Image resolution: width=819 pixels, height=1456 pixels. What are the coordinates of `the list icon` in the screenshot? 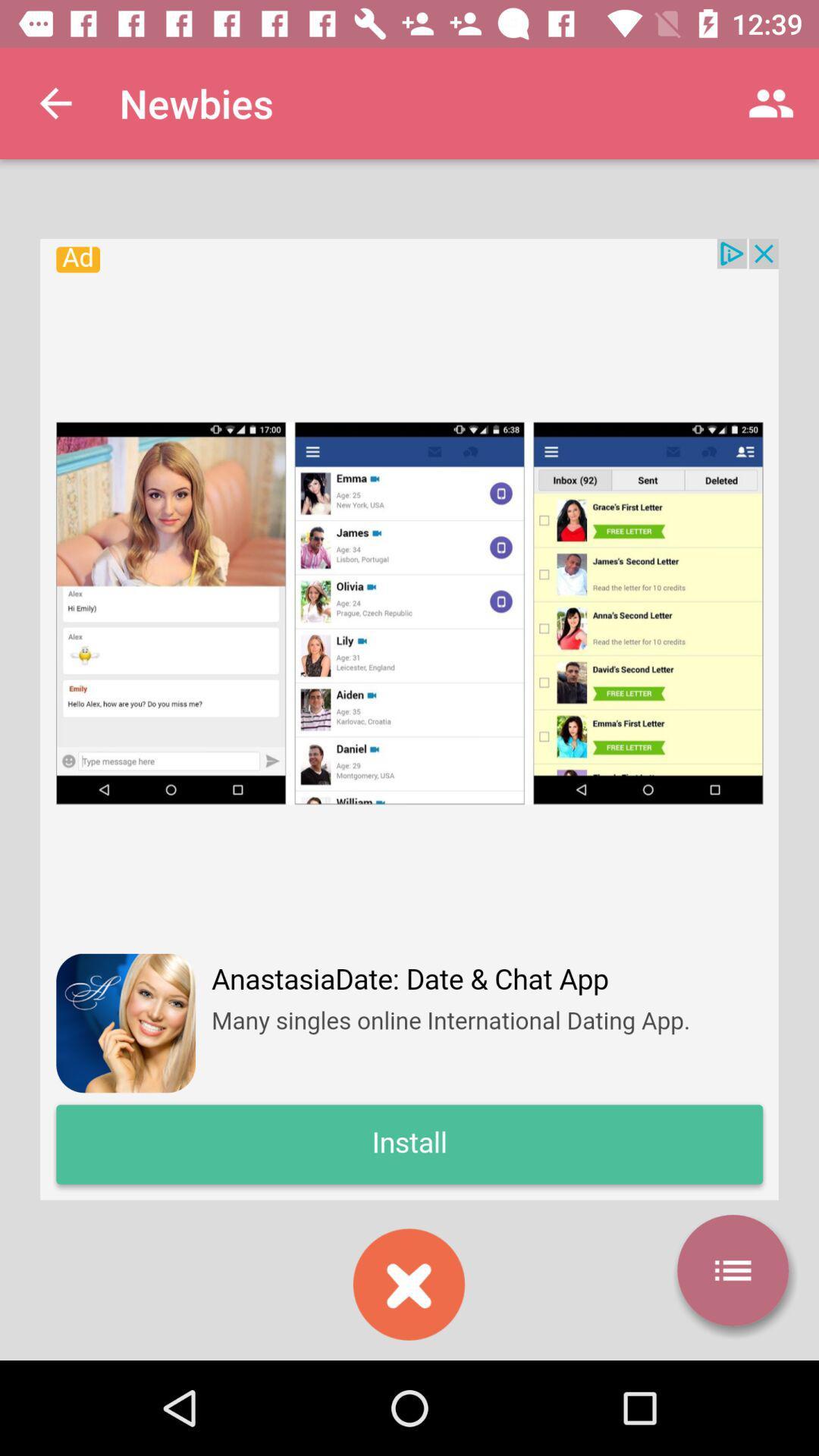 It's located at (732, 1270).